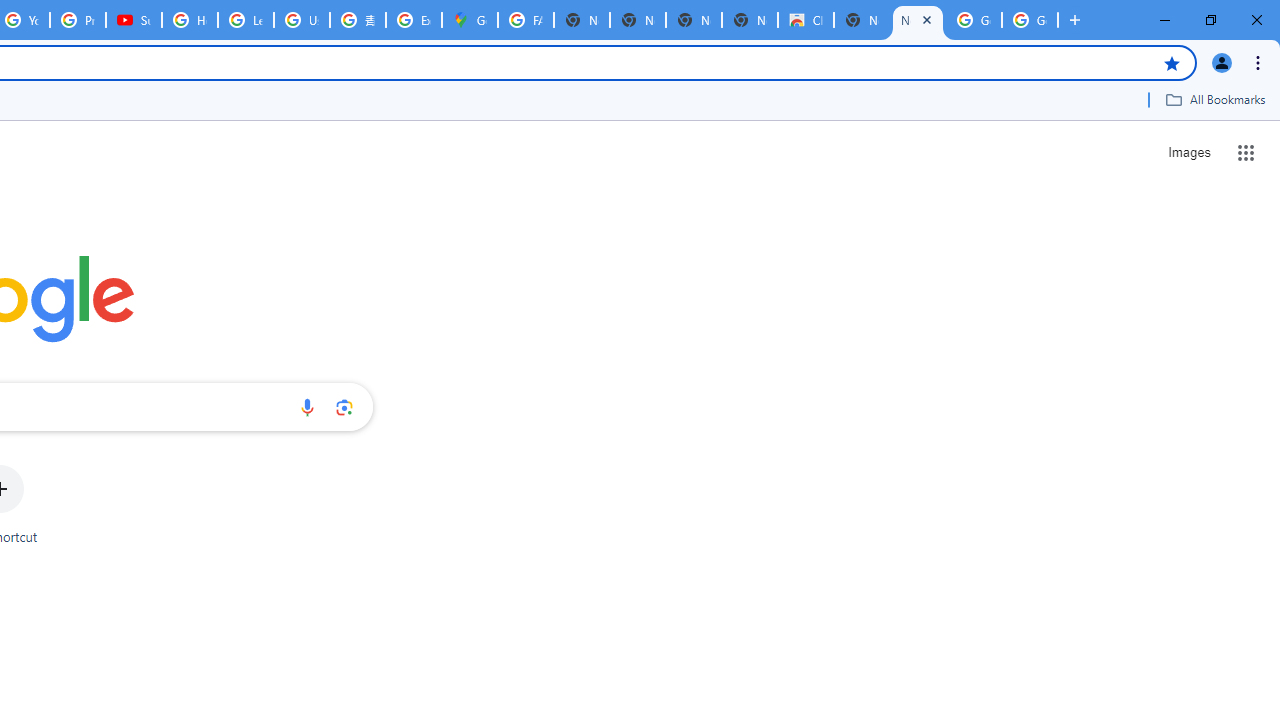 The width and height of the screenshot is (1280, 720). I want to click on 'Google Images', so click(974, 20).